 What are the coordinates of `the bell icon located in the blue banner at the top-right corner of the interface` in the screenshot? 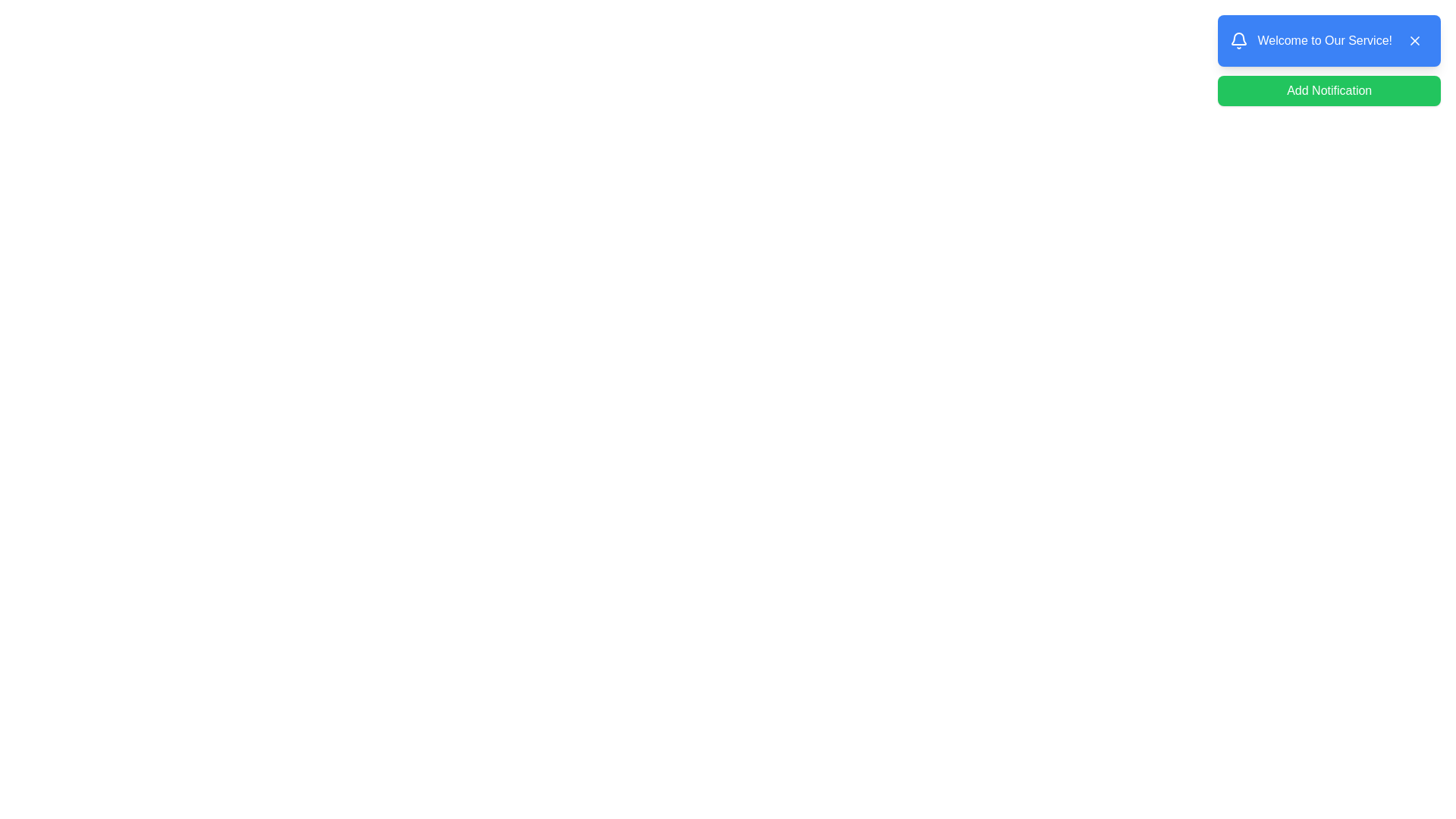 It's located at (1238, 40).